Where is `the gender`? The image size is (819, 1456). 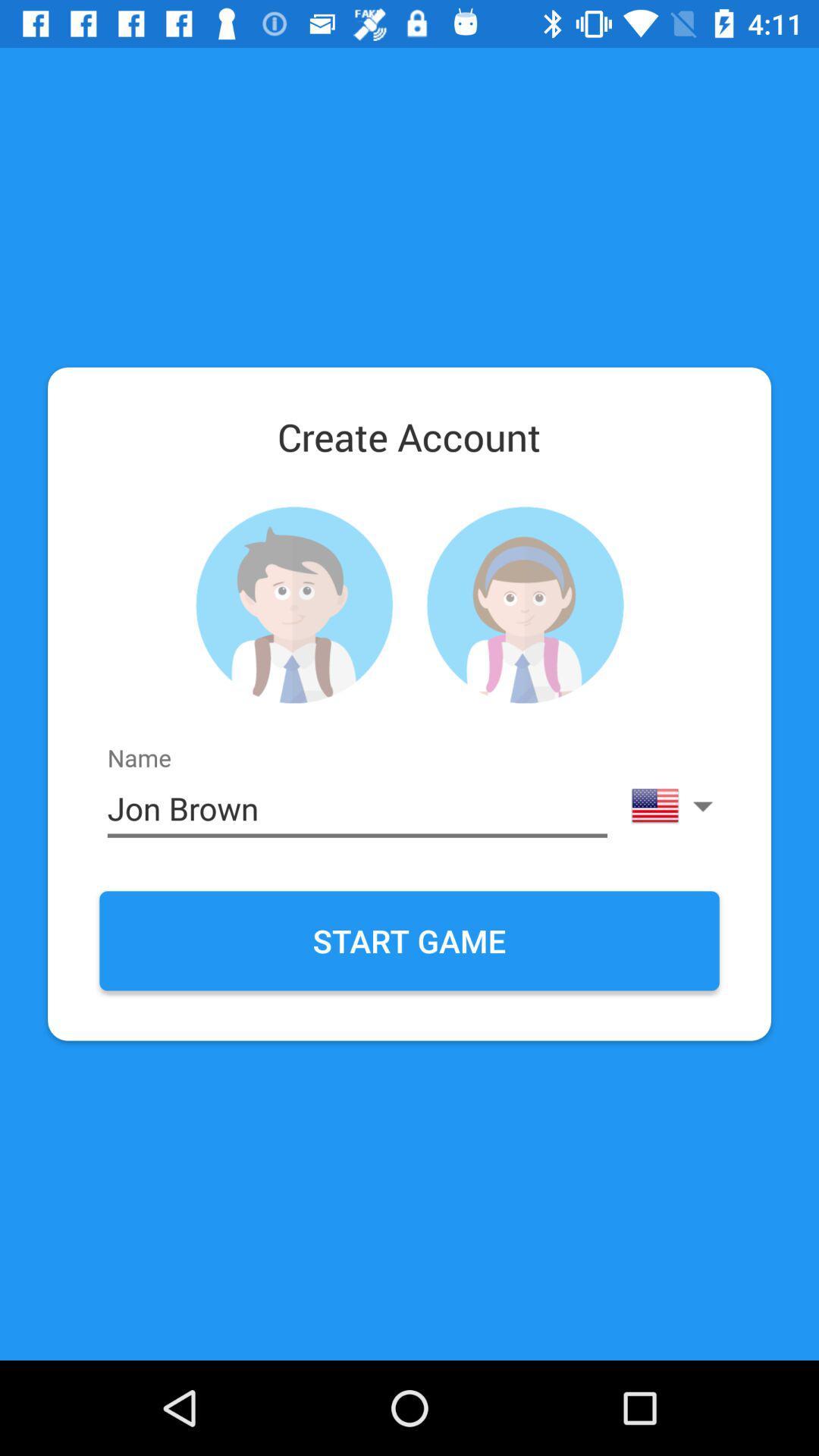
the gender is located at coordinates (293, 604).